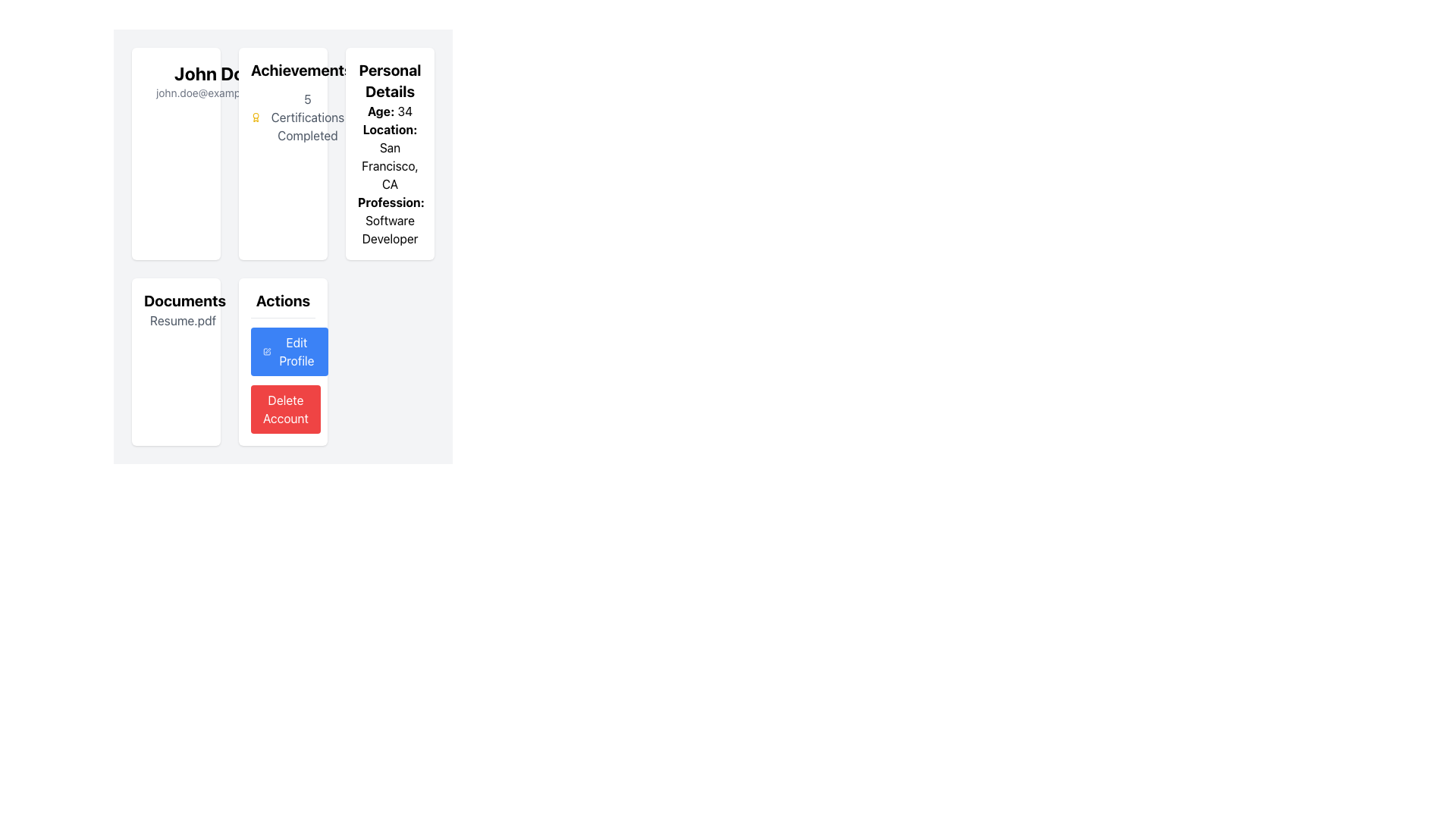 The height and width of the screenshot is (819, 1456). What do you see at coordinates (390, 128) in the screenshot?
I see `the static text element located in the 'Personal Details' panel, positioned under 'Age: 34' and above 'San Francisco, CA'` at bounding box center [390, 128].